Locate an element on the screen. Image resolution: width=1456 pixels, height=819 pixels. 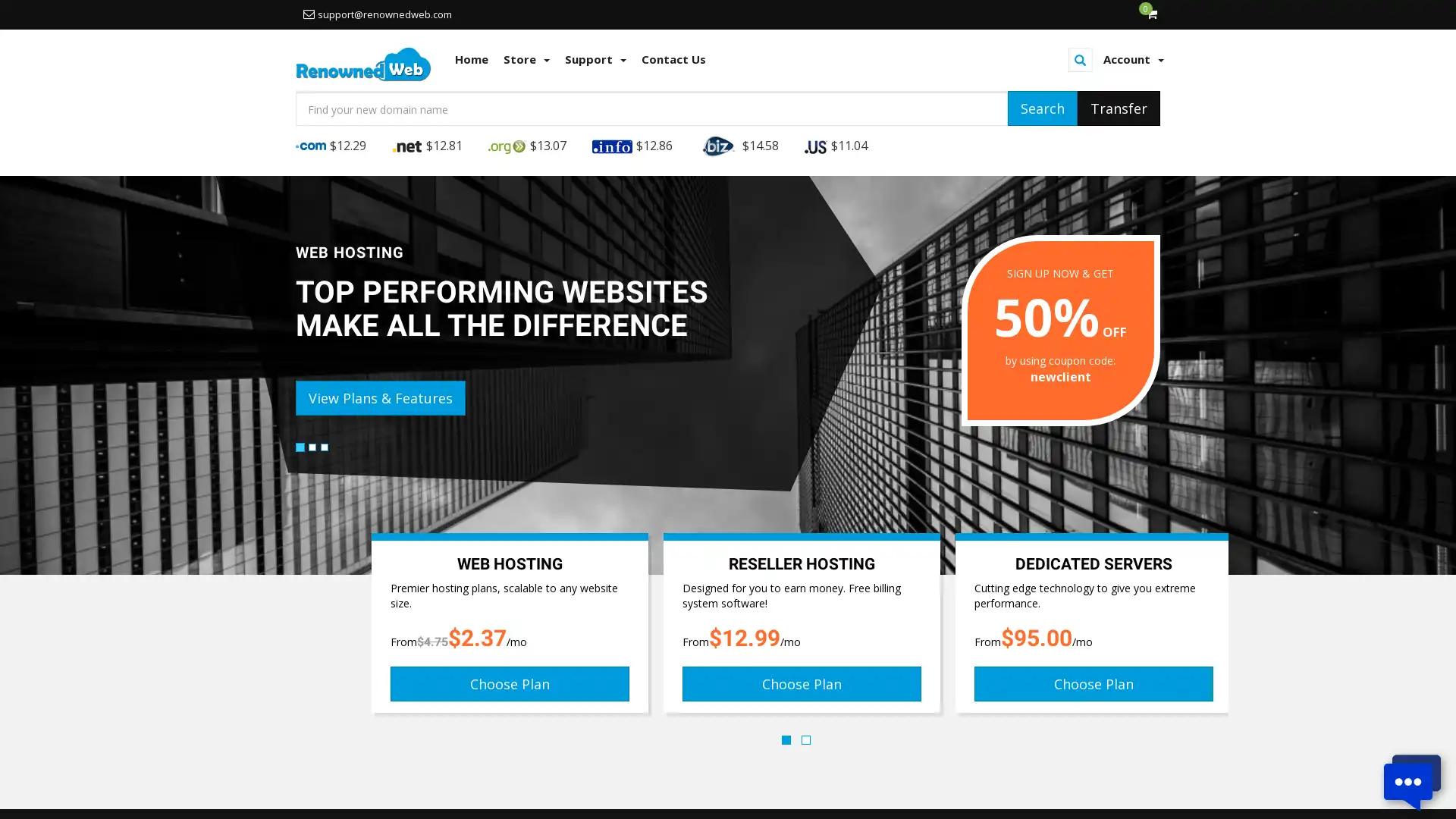
Transfer is located at coordinates (1119, 107).